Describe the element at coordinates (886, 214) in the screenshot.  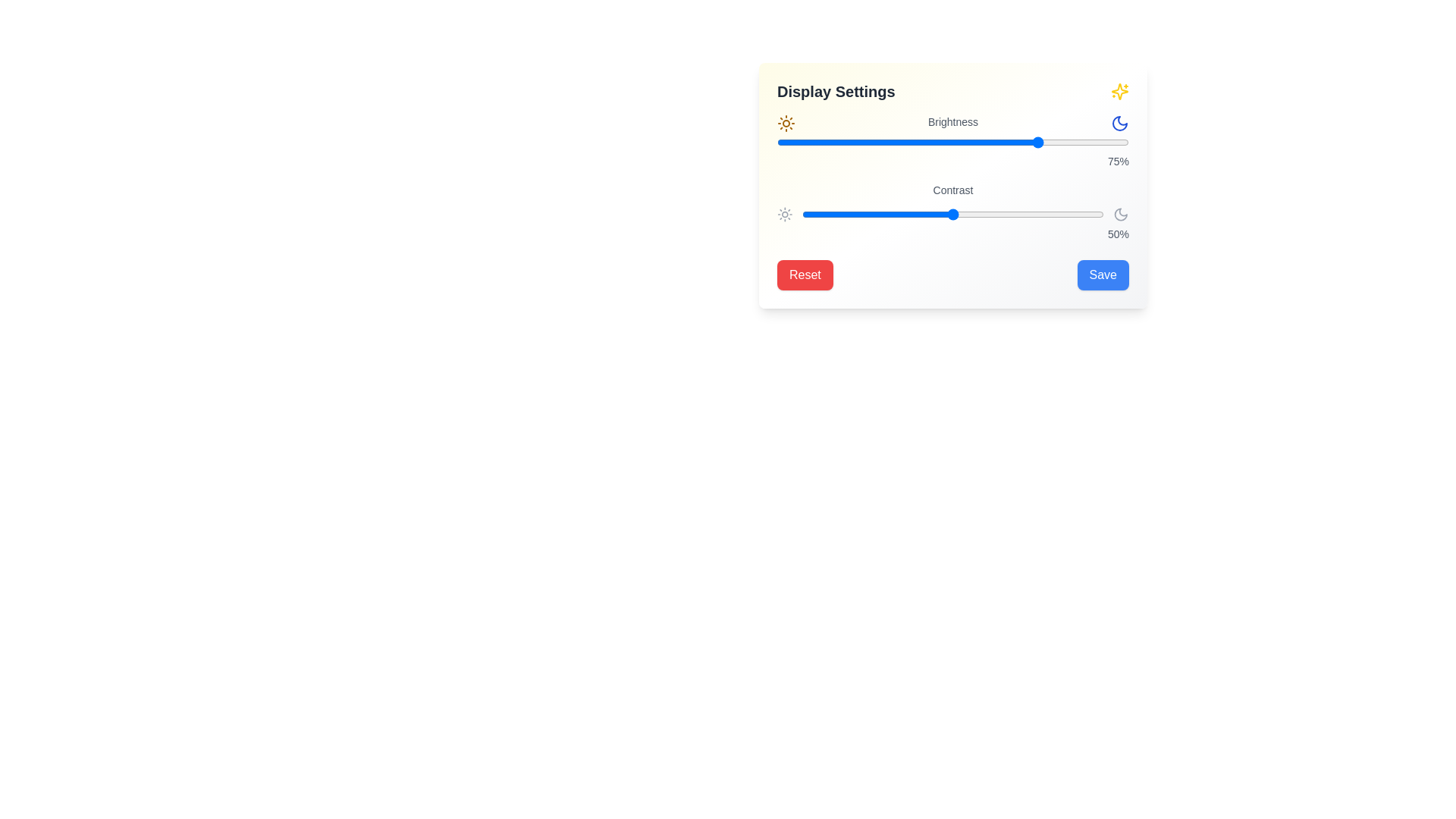
I see `the contrast` at that location.